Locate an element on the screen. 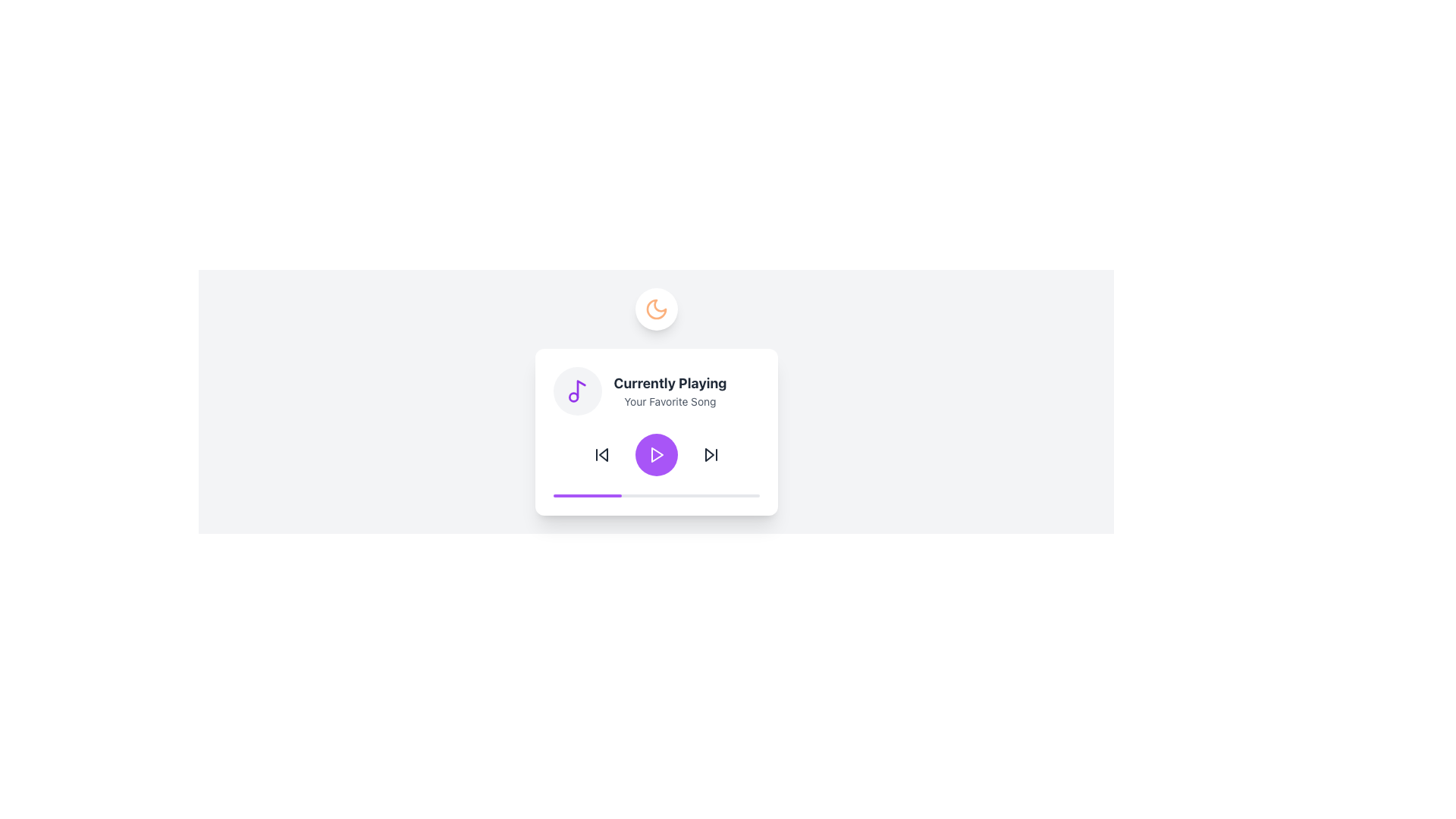 This screenshot has width=1456, height=819. the forward action icon button, which is a triangular play button outlined in dark color located on the control panel of the music player widget is located at coordinates (710, 454).